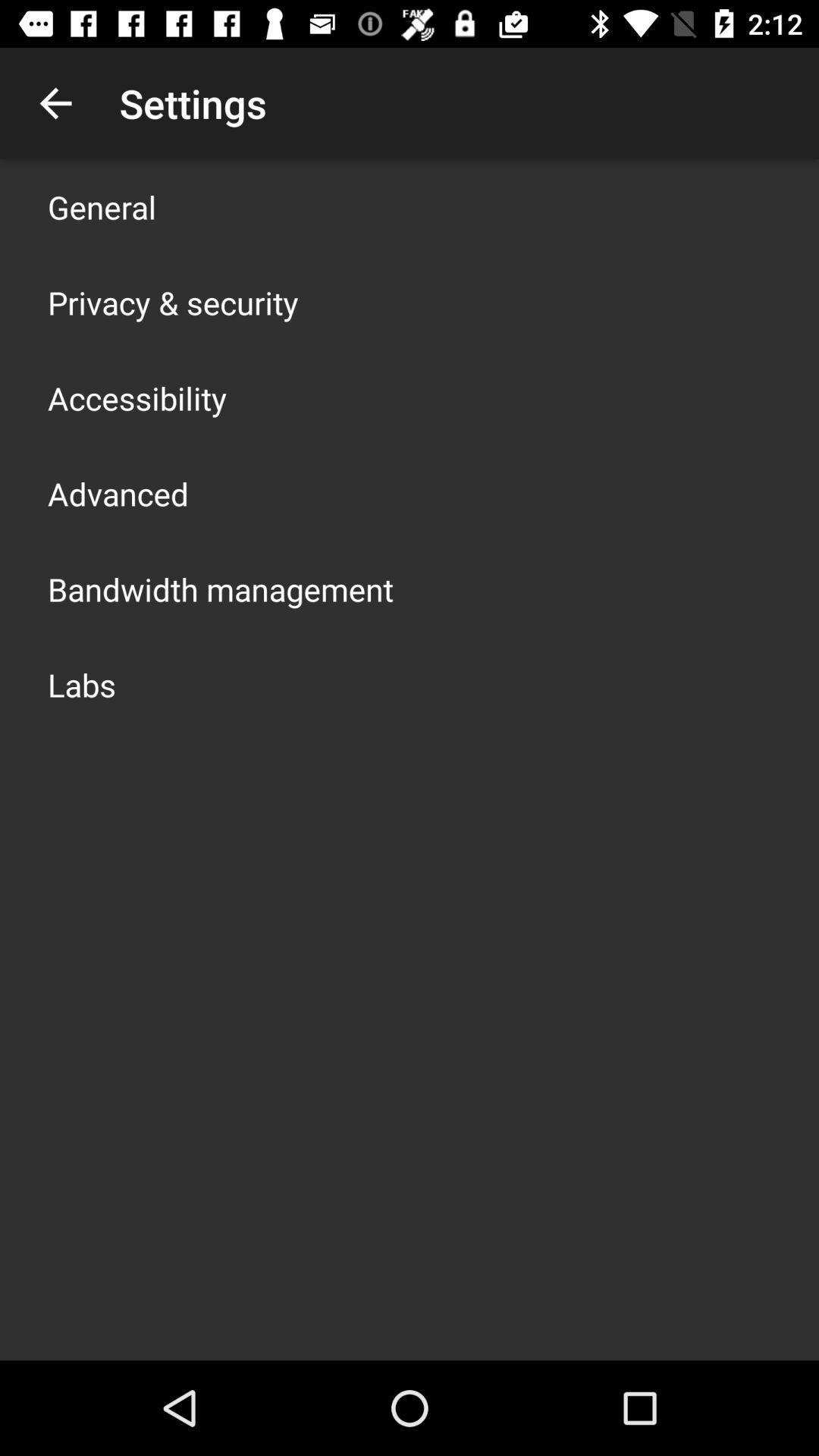 The image size is (819, 1456). I want to click on bandwidth management app, so click(220, 588).